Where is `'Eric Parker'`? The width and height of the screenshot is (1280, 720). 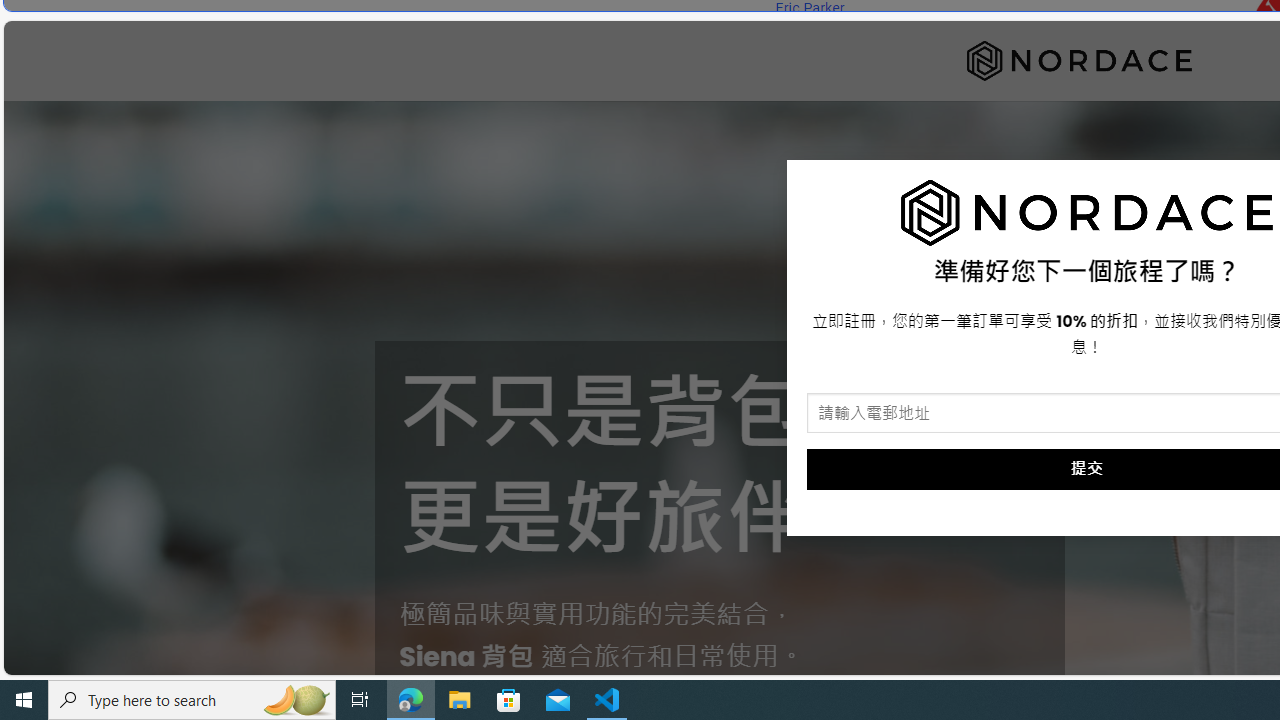
'Eric Parker' is located at coordinates (809, 8).